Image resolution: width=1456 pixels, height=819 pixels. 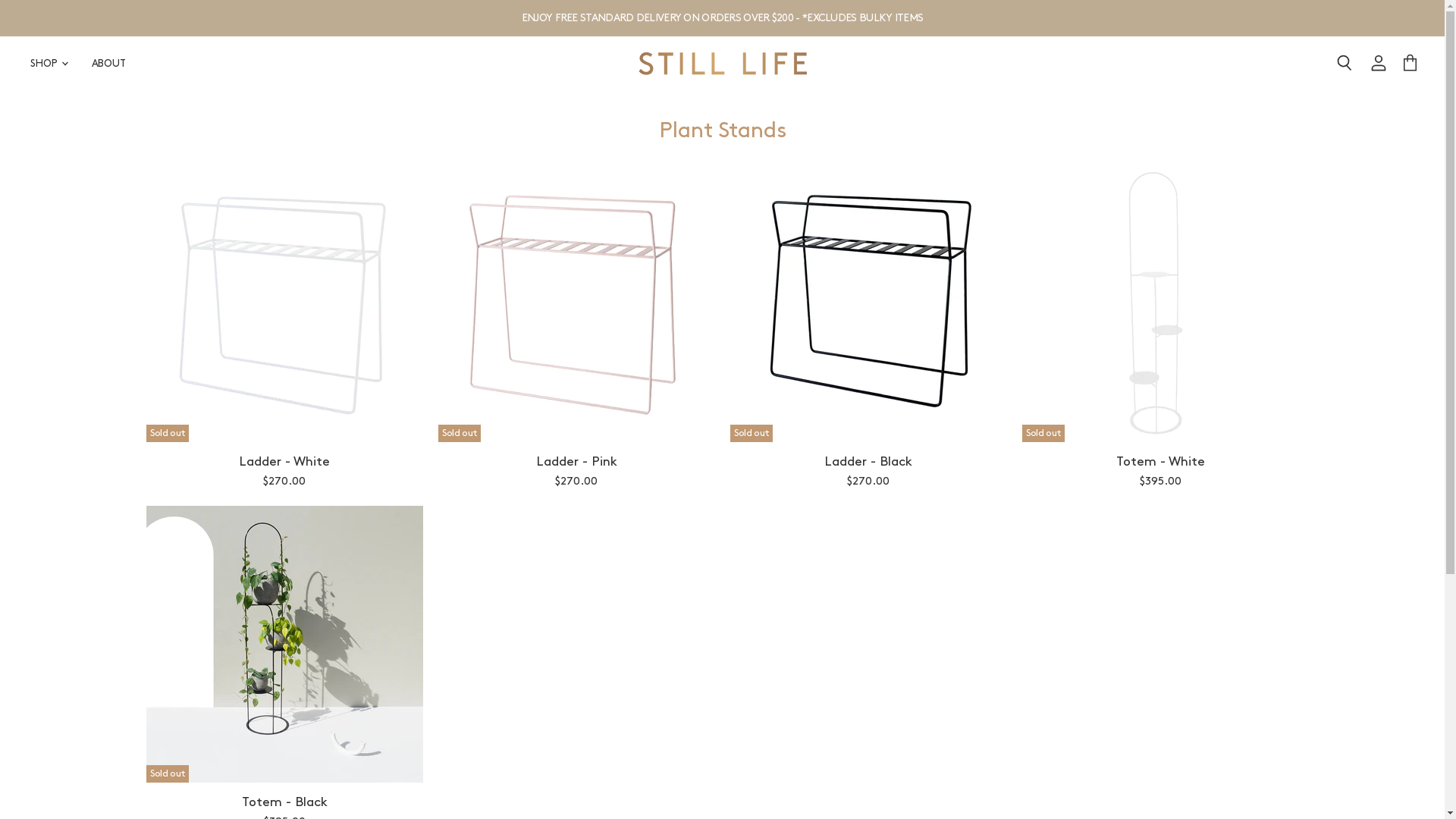 What do you see at coordinates (284, 801) in the screenshot?
I see `'Totem - Black'` at bounding box center [284, 801].